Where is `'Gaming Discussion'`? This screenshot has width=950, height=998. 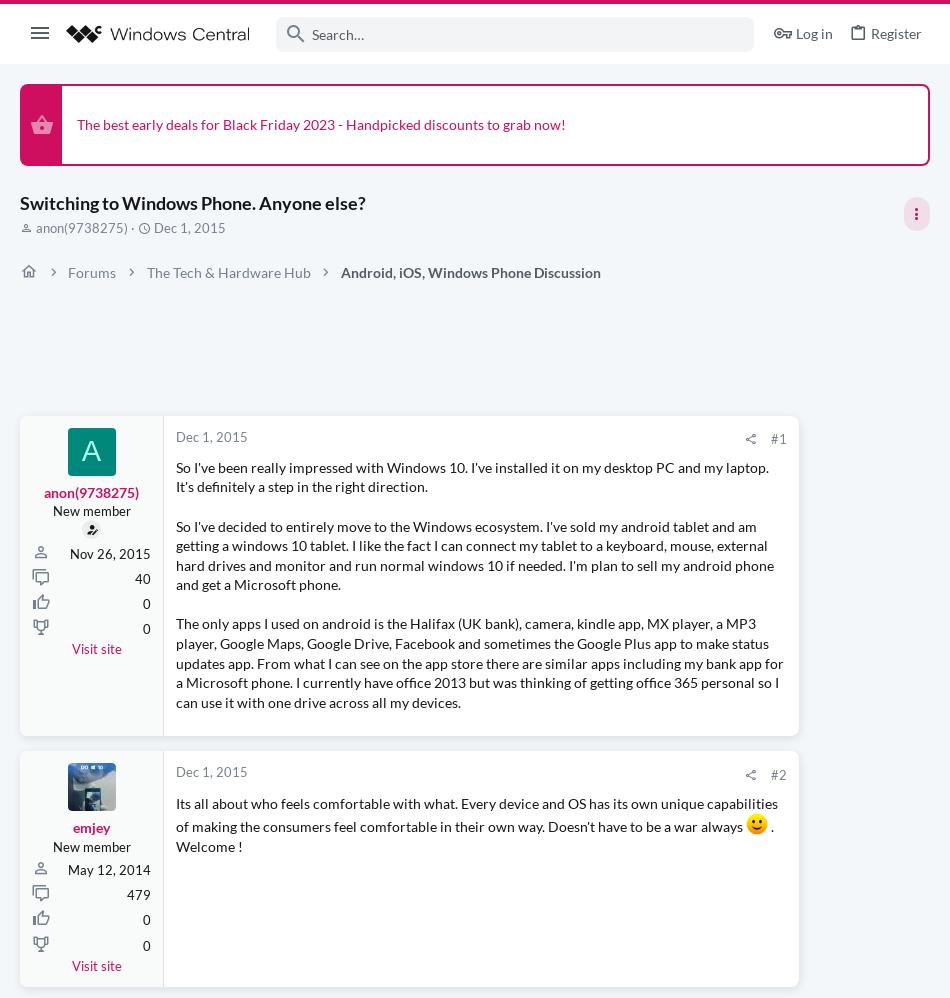
'Gaming Discussion' is located at coordinates (719, 524).